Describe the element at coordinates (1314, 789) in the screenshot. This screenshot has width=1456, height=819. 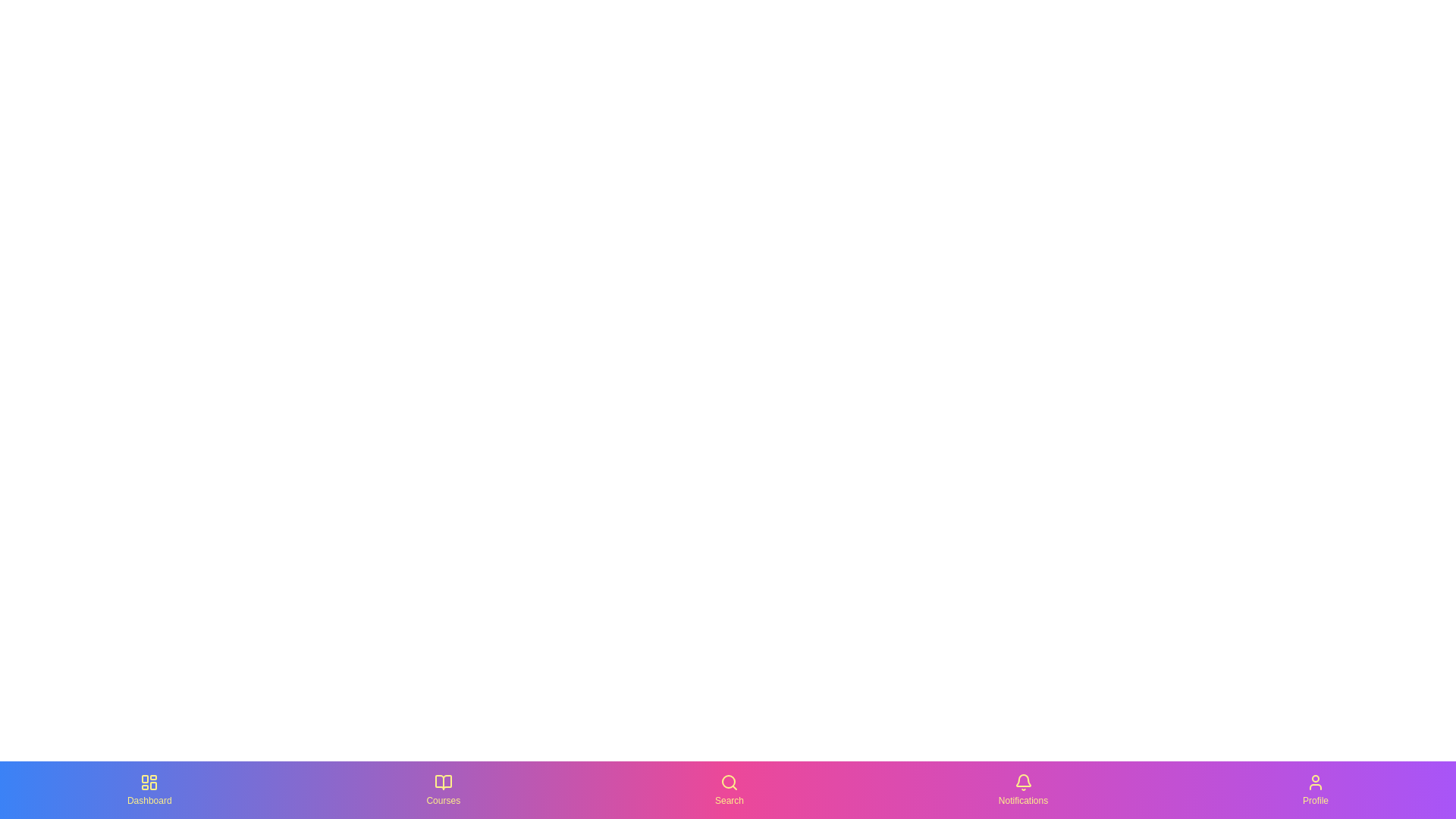
I see `the Profile tab in the bottom navigation bar` at that location.